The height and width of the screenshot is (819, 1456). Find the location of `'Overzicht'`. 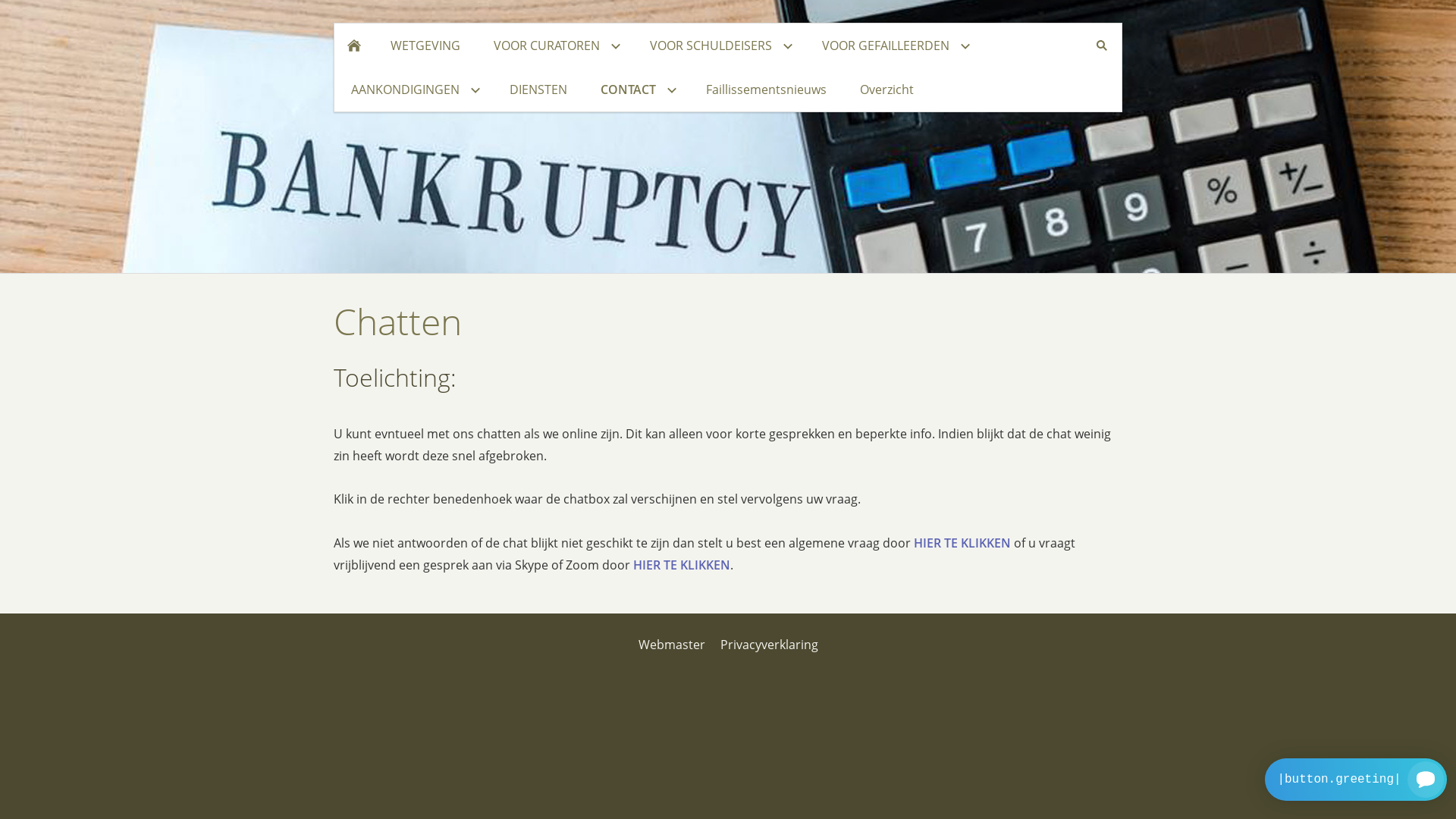

'Overzicht' is located at coordinates (886, 89).